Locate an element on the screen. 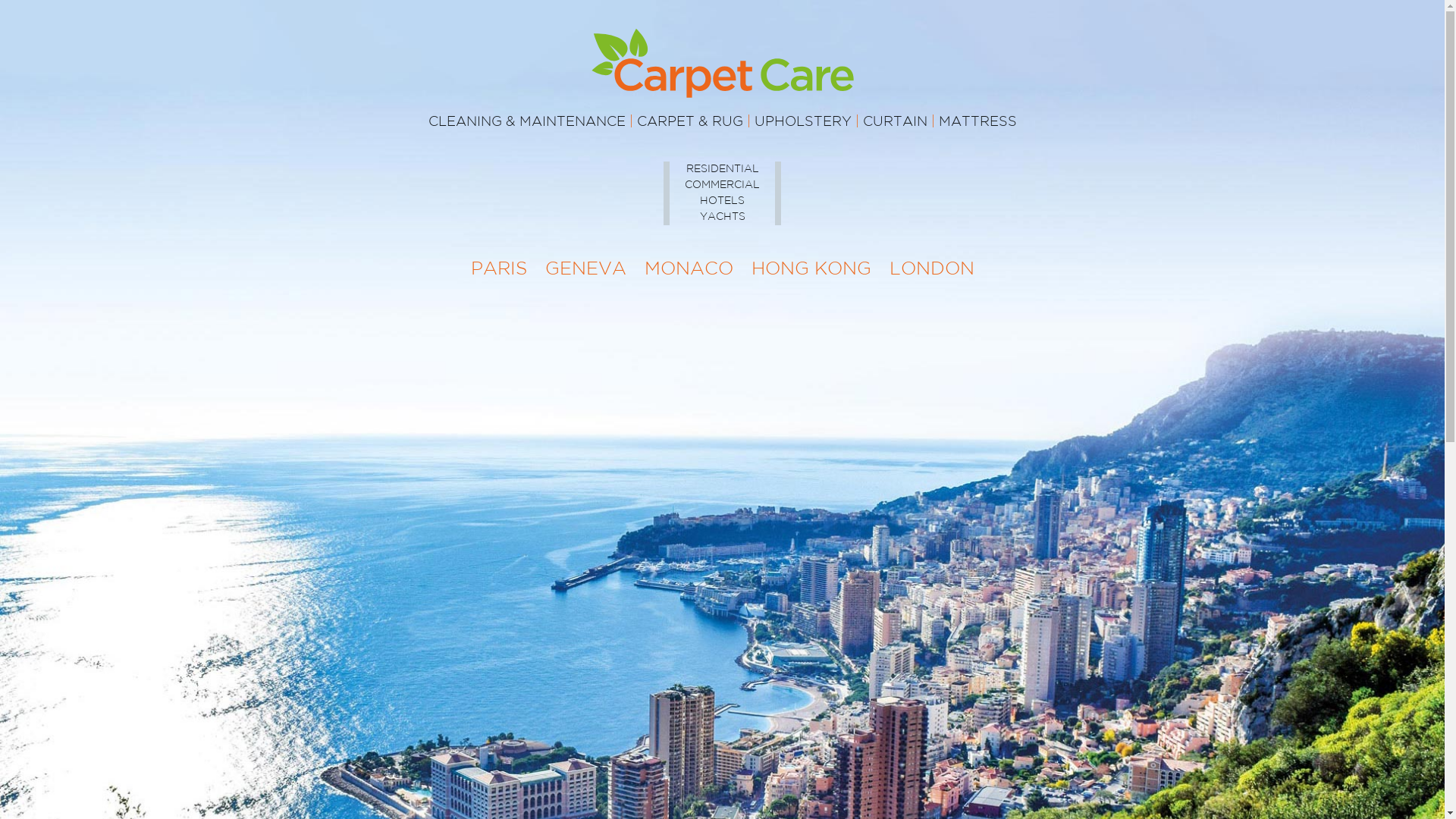 The height and width of the screenshot is (819, 1456). 'GENEVA' is located at coordinates (584, 268).